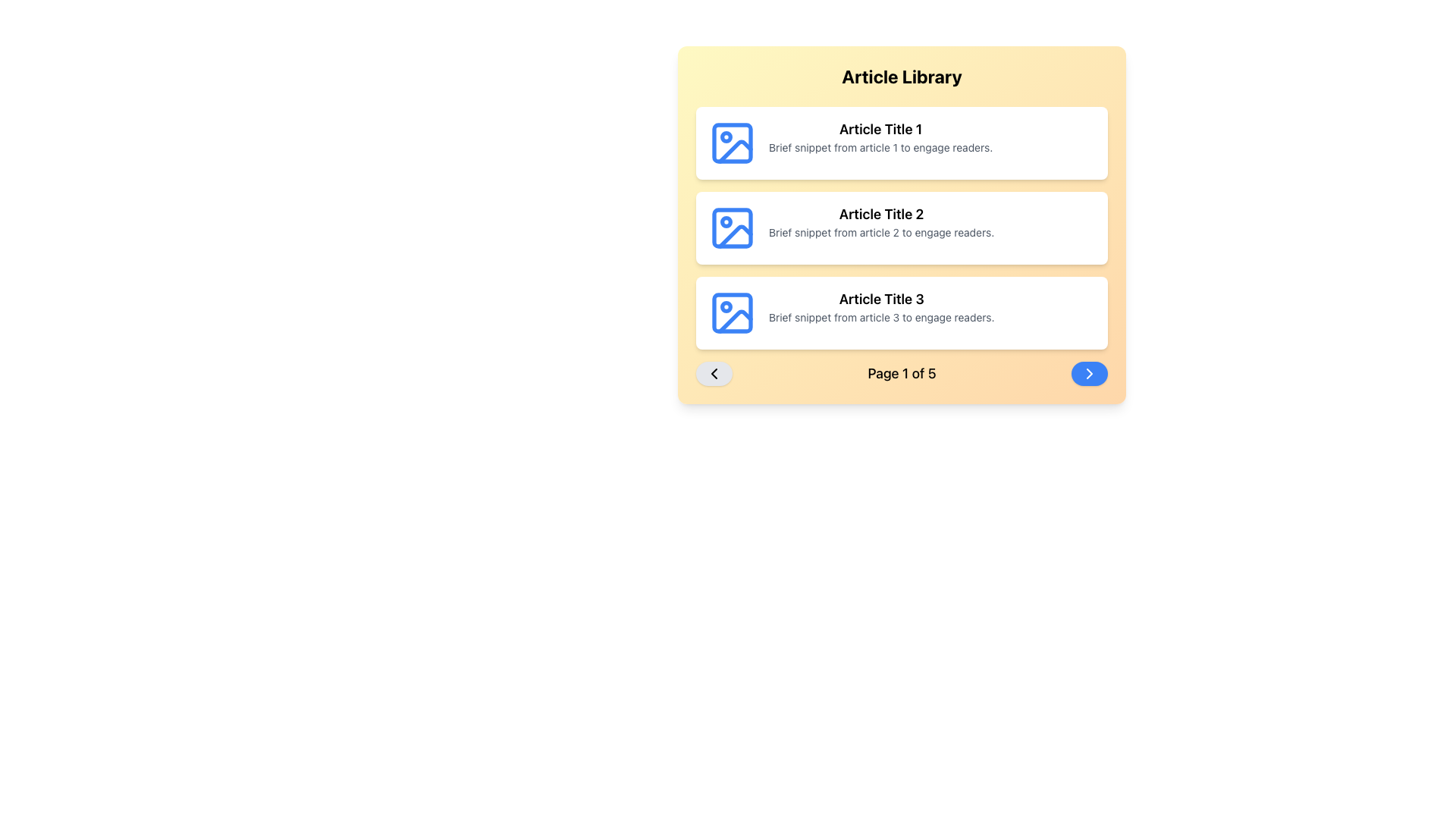 The width and height of the screenshot is (1456, 819). I want to click on the disabled button located in the pagination section to the left of the 'Page 1 of 5' text, so click(713, 374).